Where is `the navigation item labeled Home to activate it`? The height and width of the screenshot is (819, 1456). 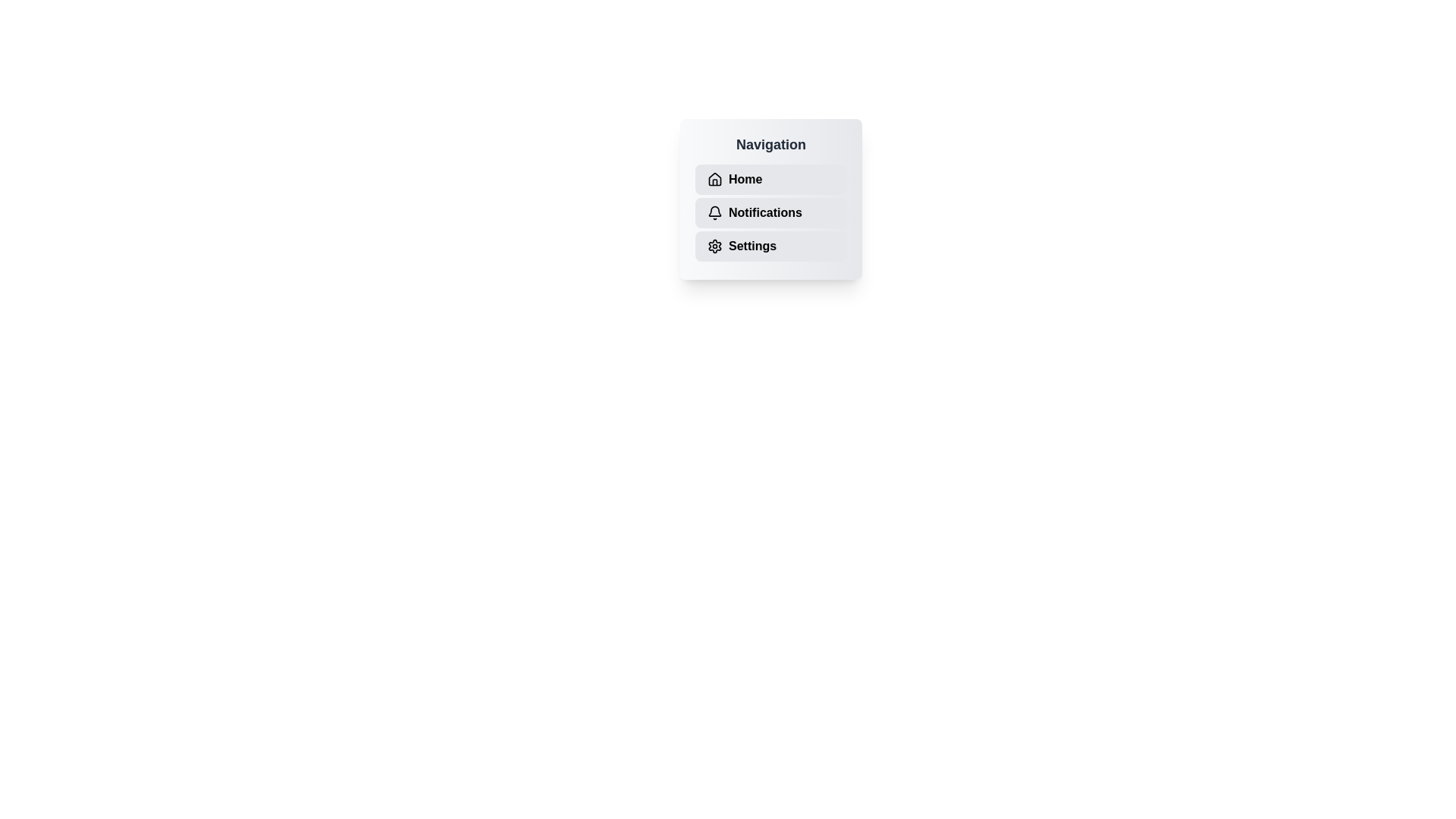 the navigation item labeled Home to activate it is located at coordinates (771, 178).